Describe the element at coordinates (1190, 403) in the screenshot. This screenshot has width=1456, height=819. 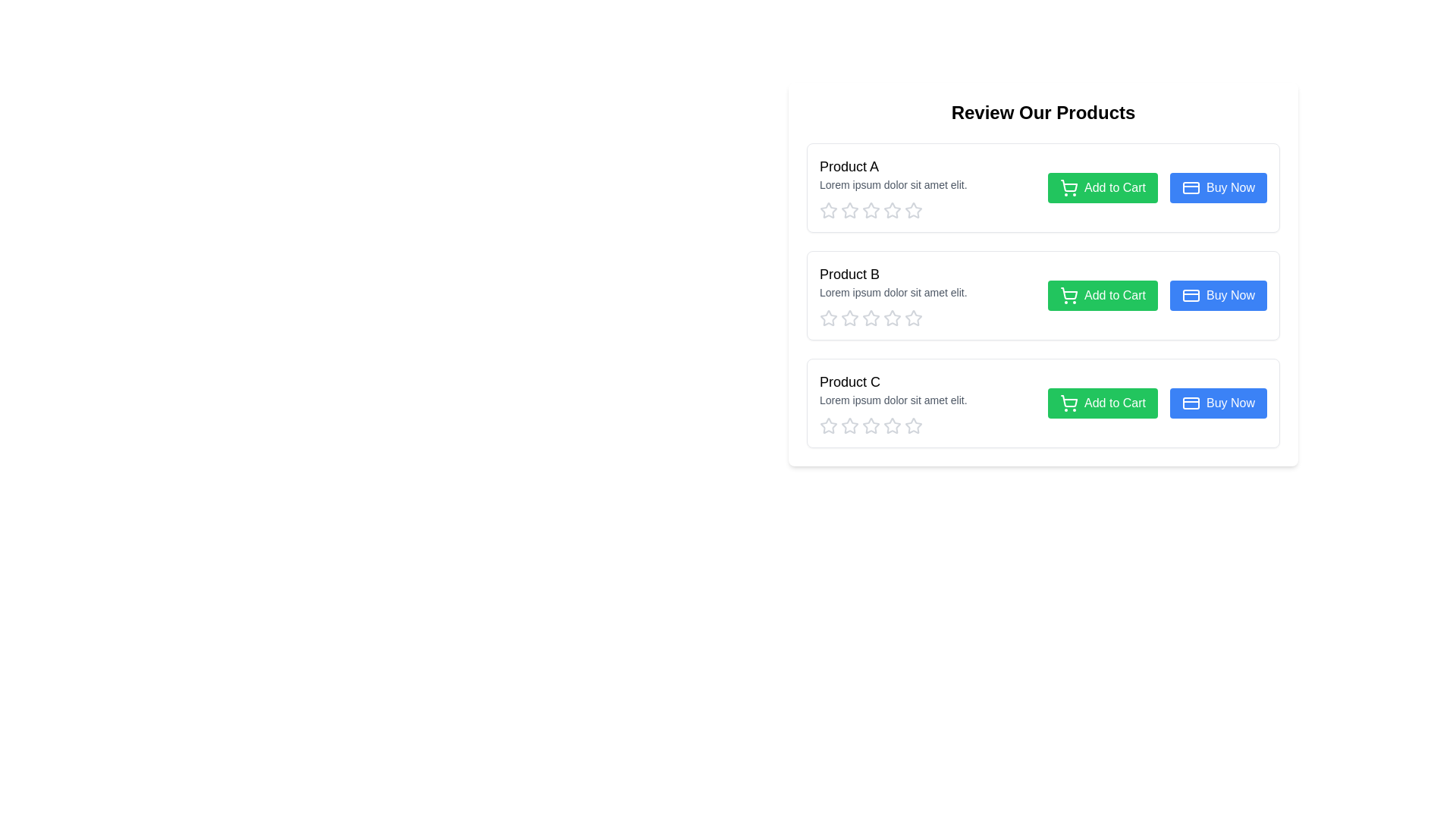
I see `the 'Buy Now' icon for Product C, which is a rectangular shape with rounded corners, styled in a solid color and located on the right-hand side of the third product card` at that location.